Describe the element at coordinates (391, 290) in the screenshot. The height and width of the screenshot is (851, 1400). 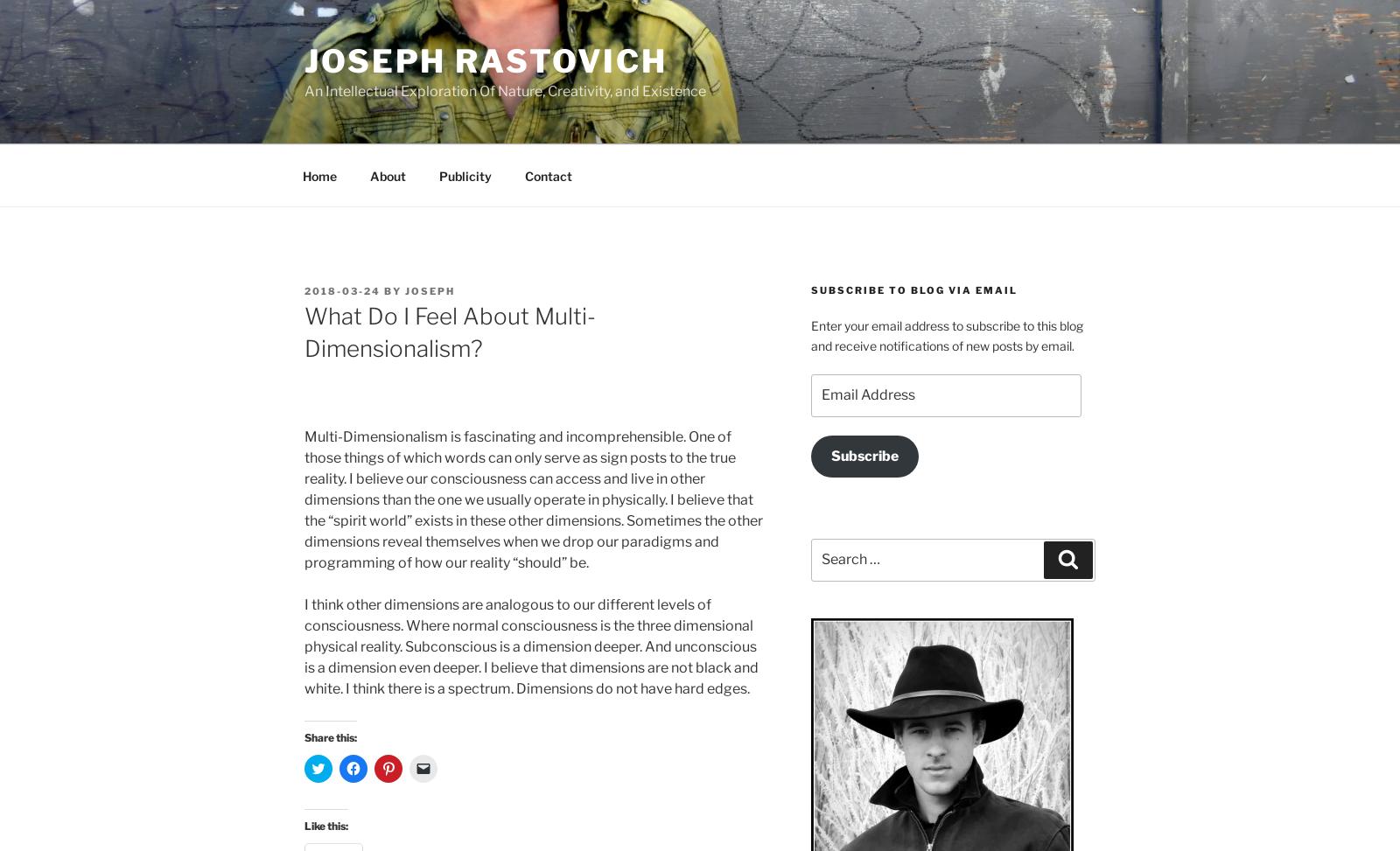
I see `'by'` at that location.